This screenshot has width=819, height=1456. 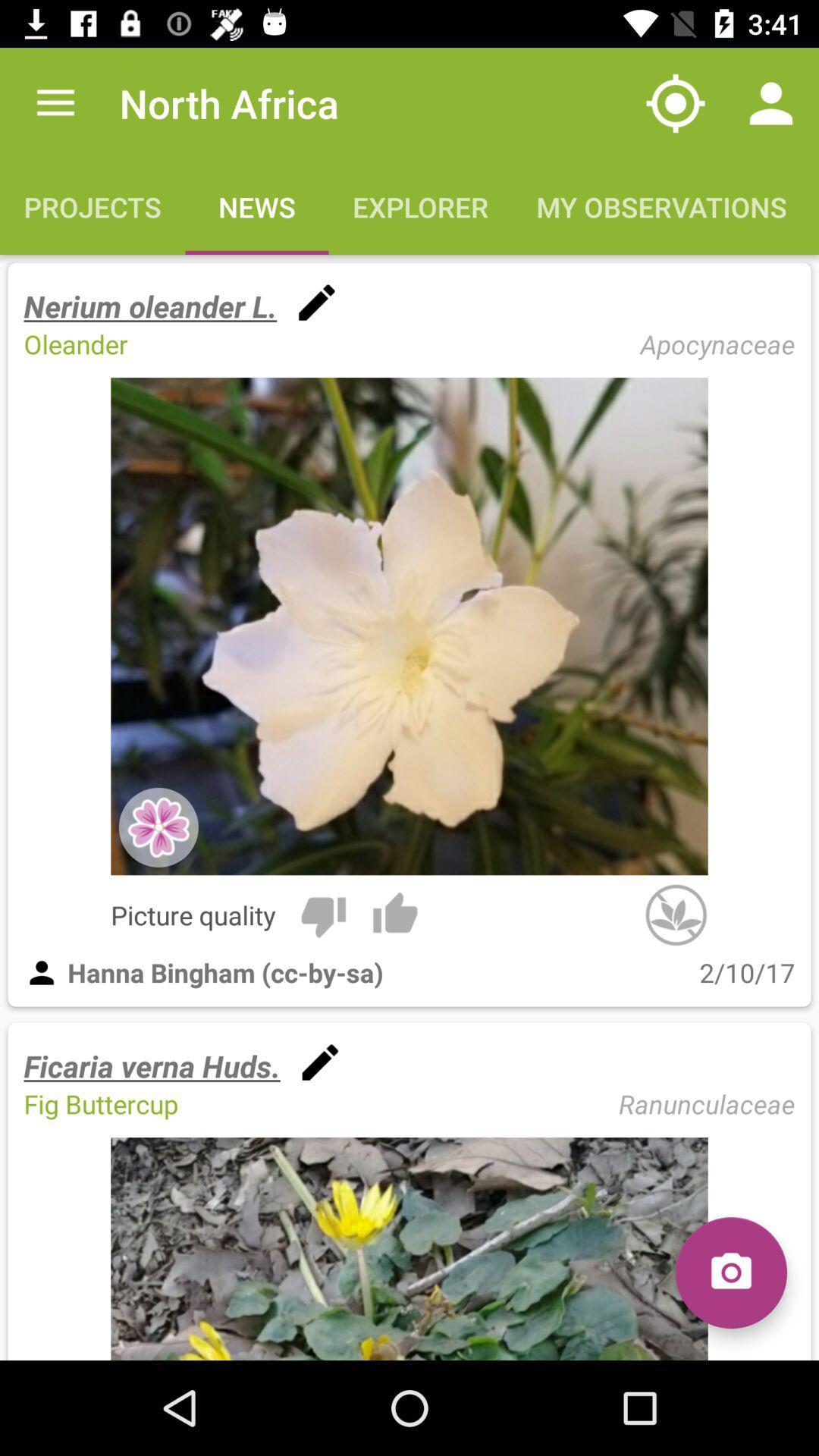 I want to click on item next to the picture quality item, so click(x=322, y=914).